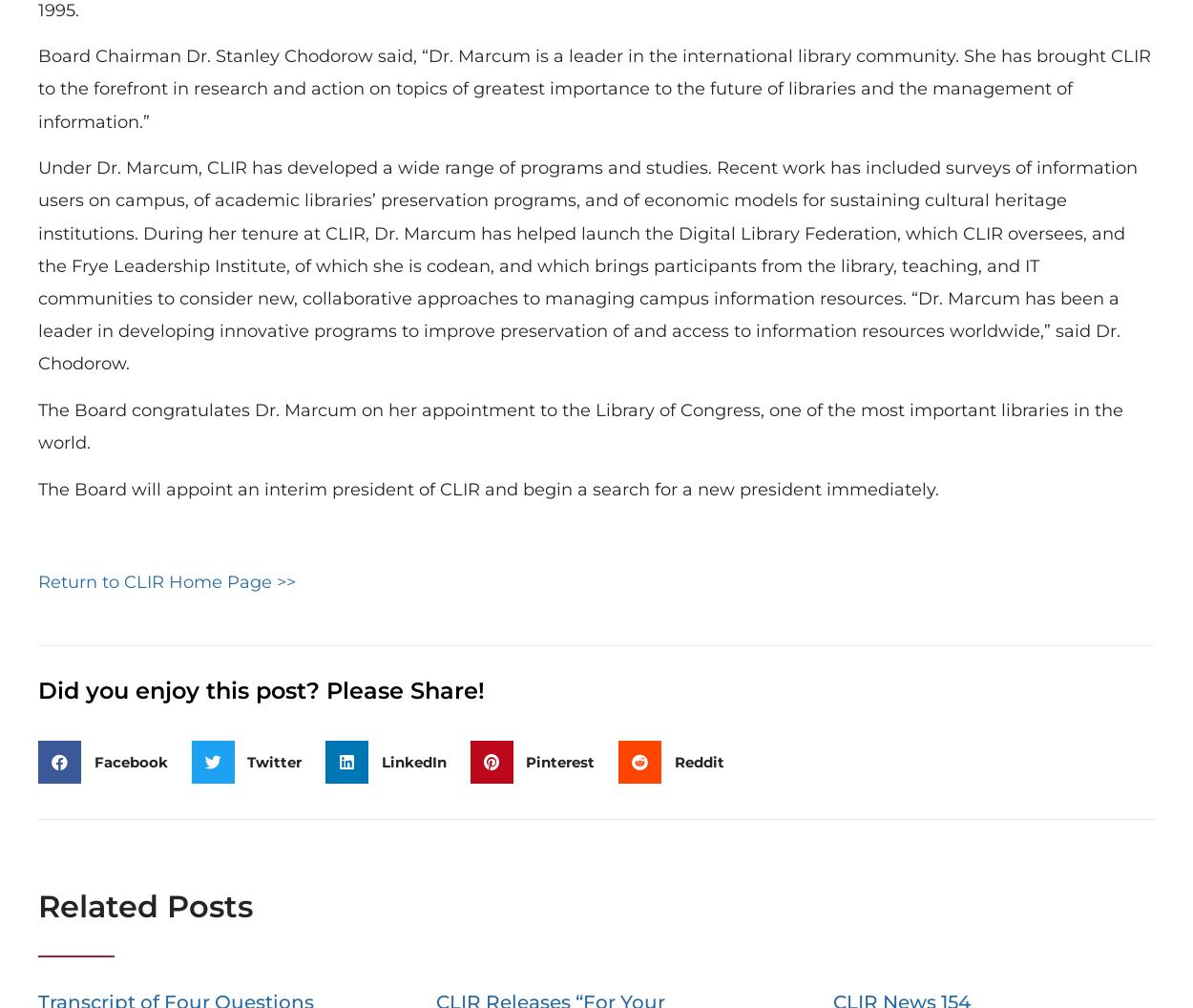 Image resolution: width=1193 pixels, height=1008 pixels. I want to click on 'LinkedIn', so click(381, 761).